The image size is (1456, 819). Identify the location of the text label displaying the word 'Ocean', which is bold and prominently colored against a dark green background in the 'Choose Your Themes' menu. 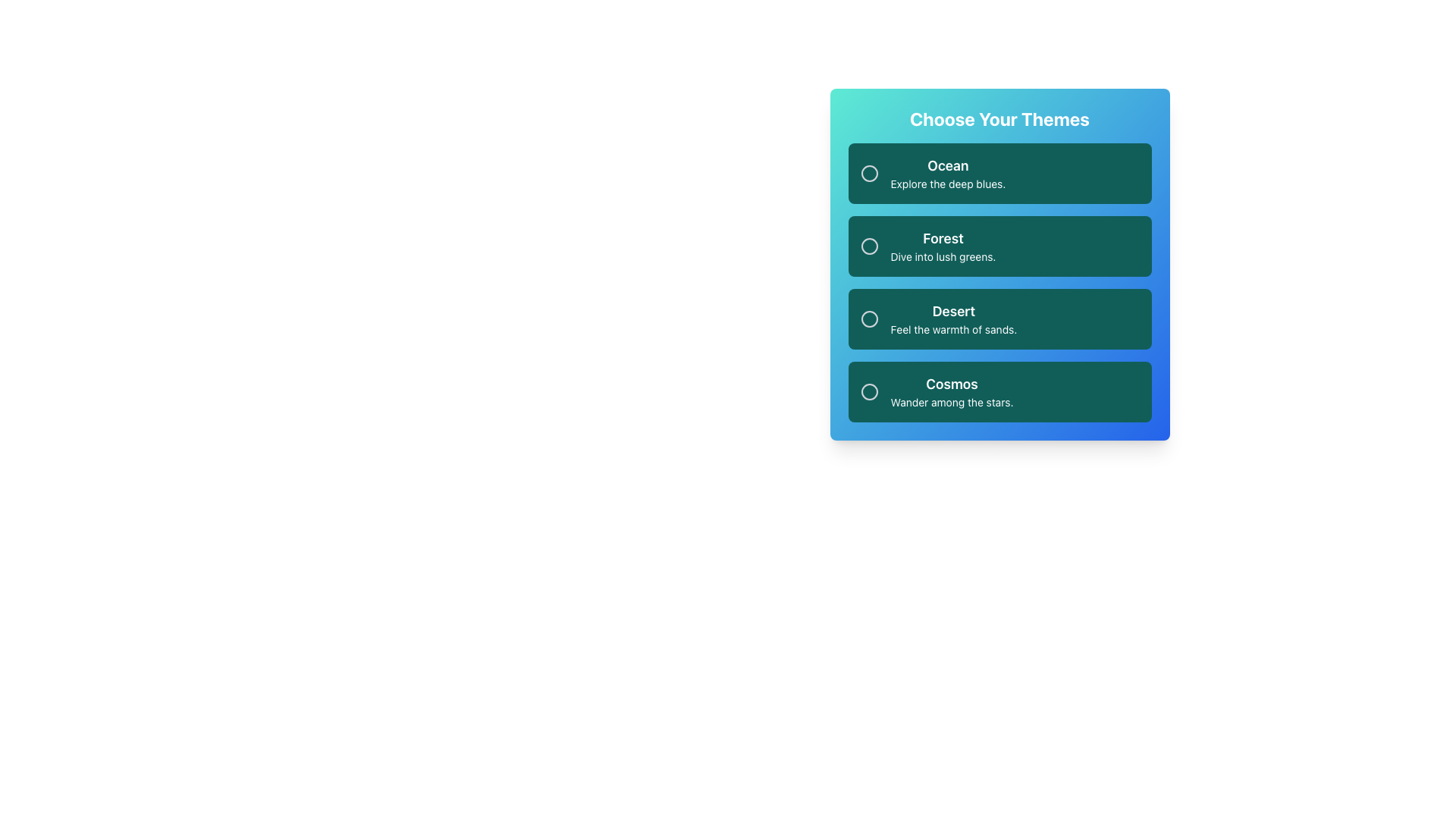
(947, 166).